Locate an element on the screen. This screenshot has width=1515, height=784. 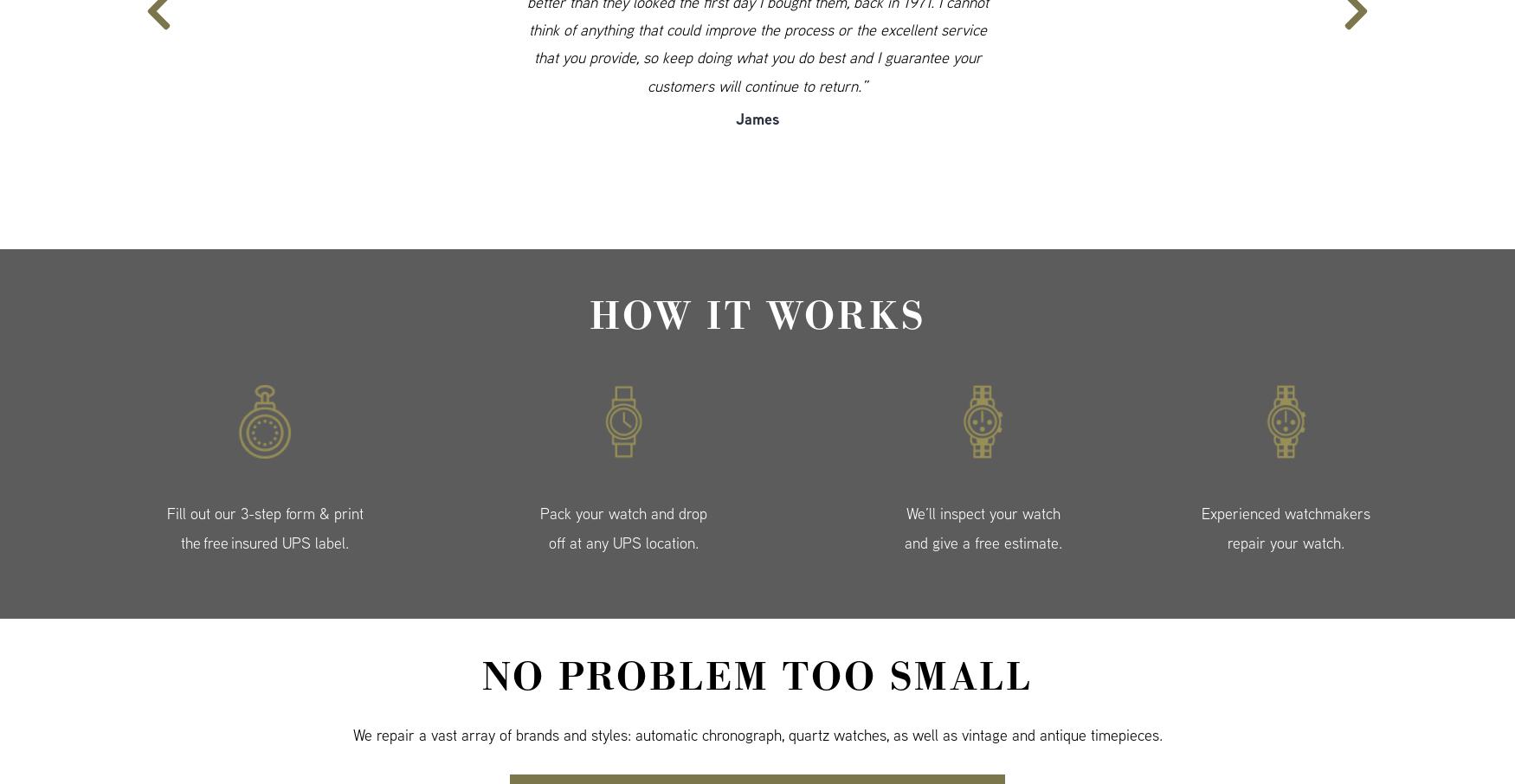
'repair your watch.' is located at coordinates (1286, 543).